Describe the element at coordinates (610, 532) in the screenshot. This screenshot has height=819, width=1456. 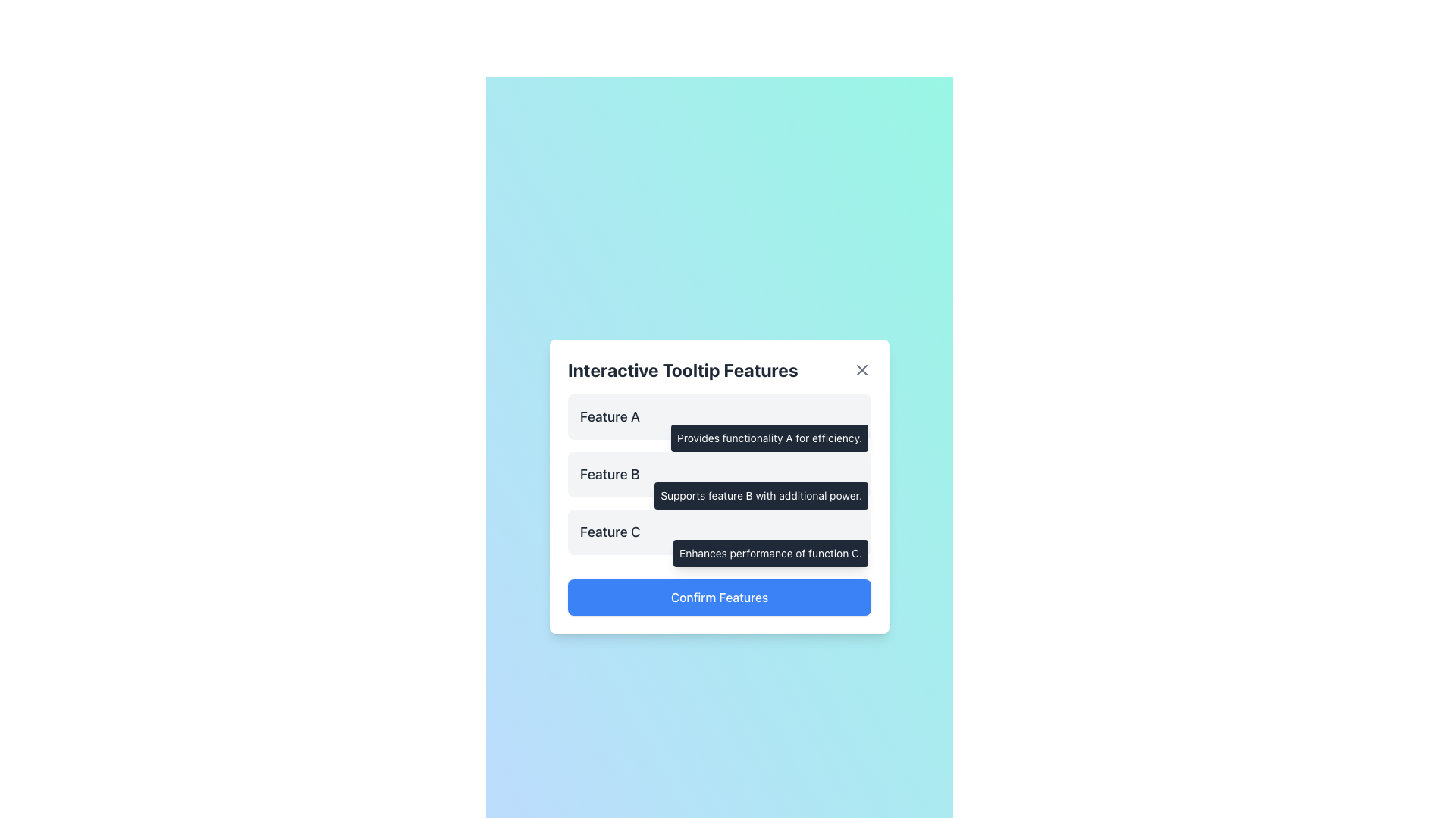
I see `the text label element displaying 'Feature C' within the 'Interactive Tooltip Features' panel` at that location.